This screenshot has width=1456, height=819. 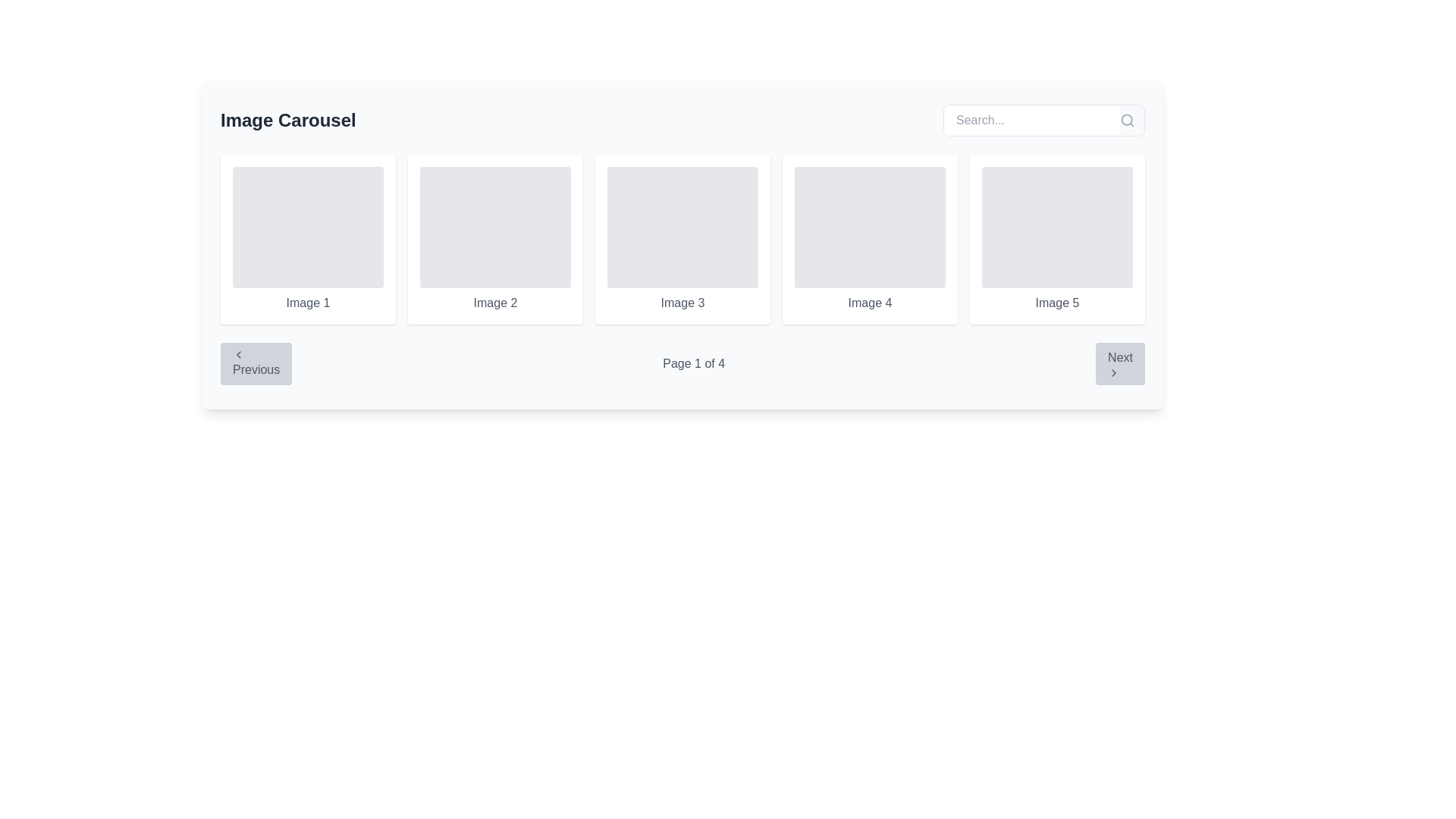 I want to click on the static text that serves as an identifier for the corresponding image within the fourth card in a horizontally aligned list of similar cards, so click(x=870, y=303).